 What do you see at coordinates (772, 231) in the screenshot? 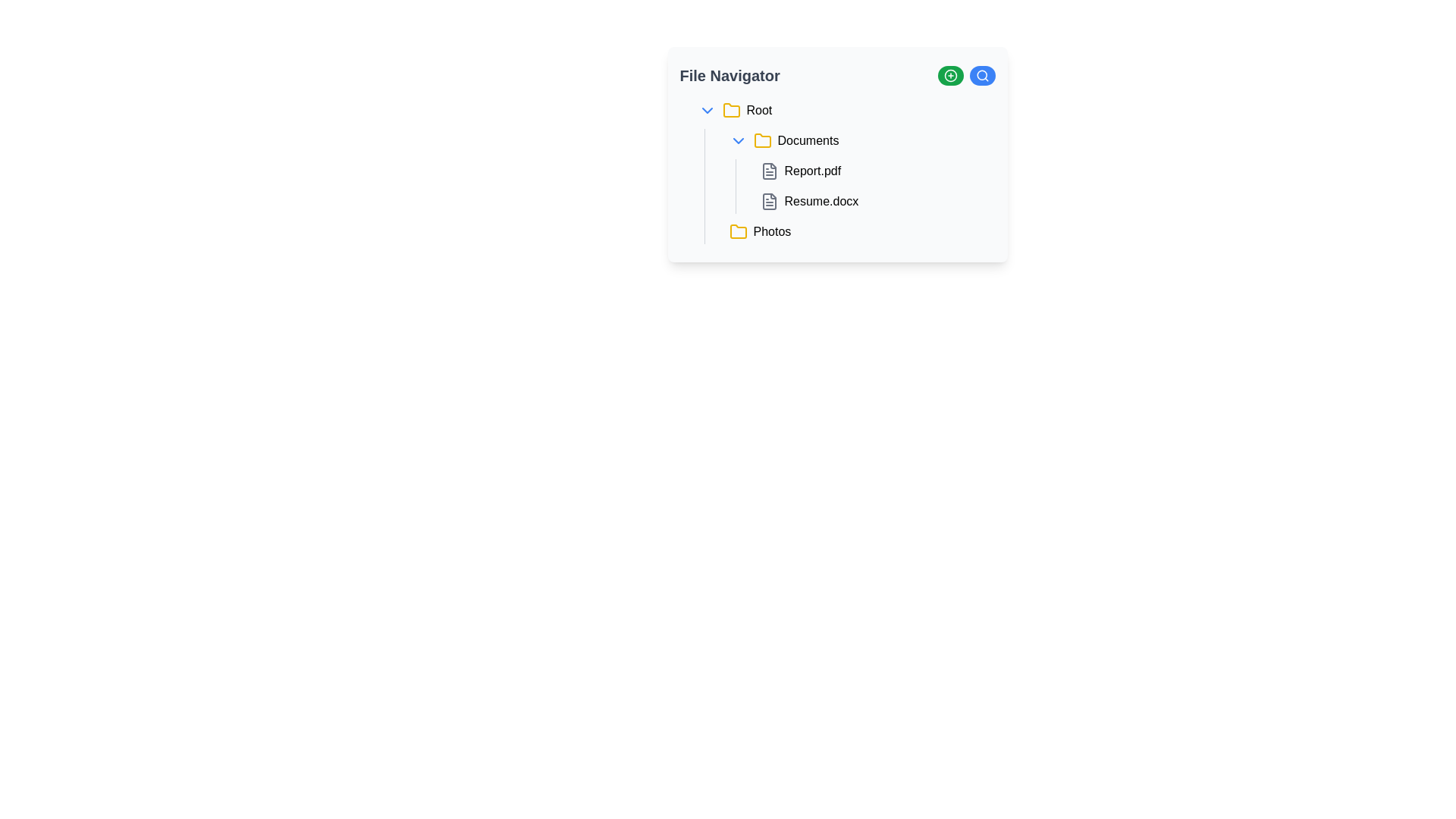
I see `the text label 'Photos' located in the bottom right corner of the 'File Navigator' menu` at bounding box center [772, 231].